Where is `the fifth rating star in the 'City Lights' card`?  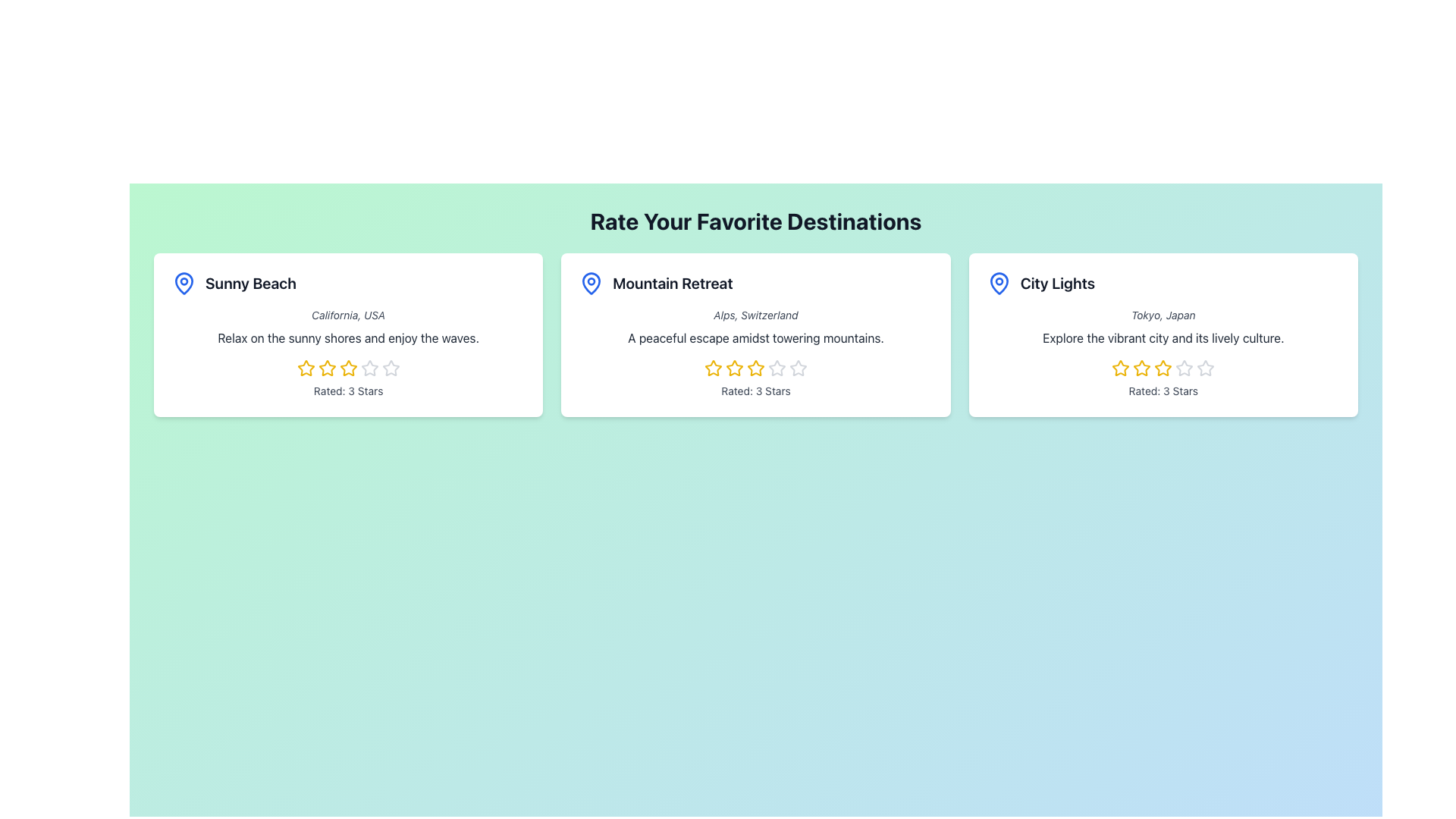
the fifth rating star in the 'City Lights' card is located at coordinates (1205, 368).